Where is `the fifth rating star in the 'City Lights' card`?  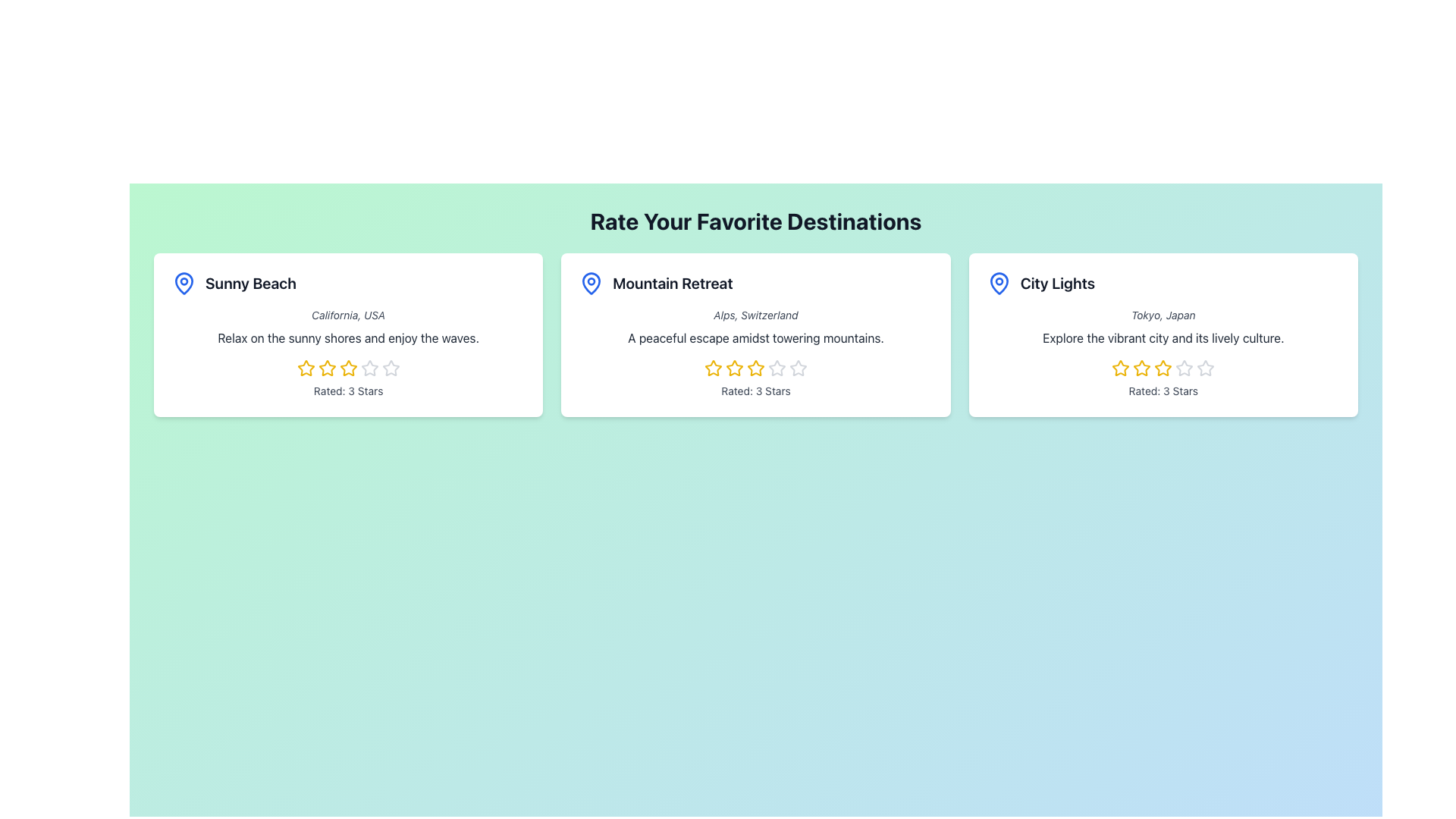
the fifth rating star in the 'City Lights' card is located at coordinates (1205, 368).